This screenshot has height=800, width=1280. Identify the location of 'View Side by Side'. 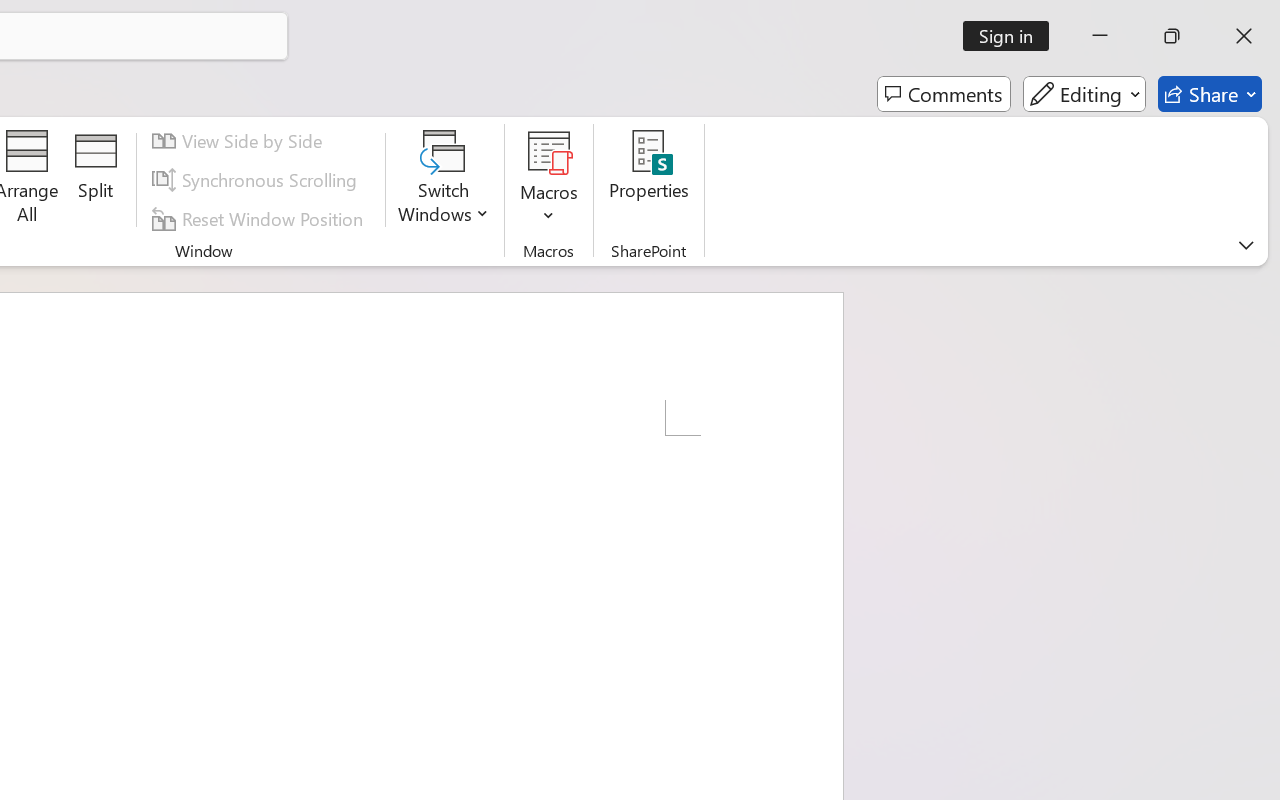
(240, 141).